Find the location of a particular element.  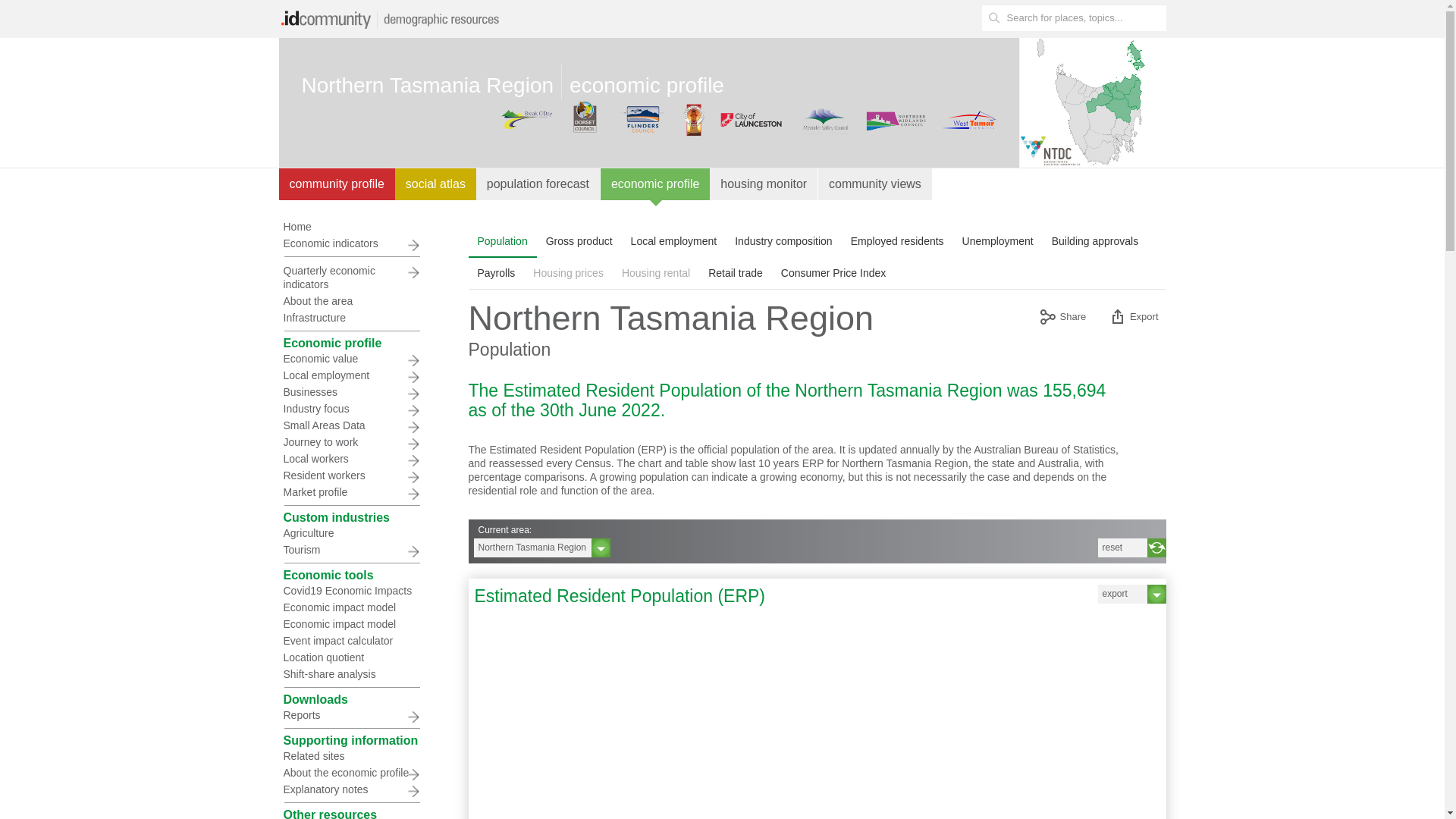

'Consumer Price Index' is located at coordinates (833, 271).